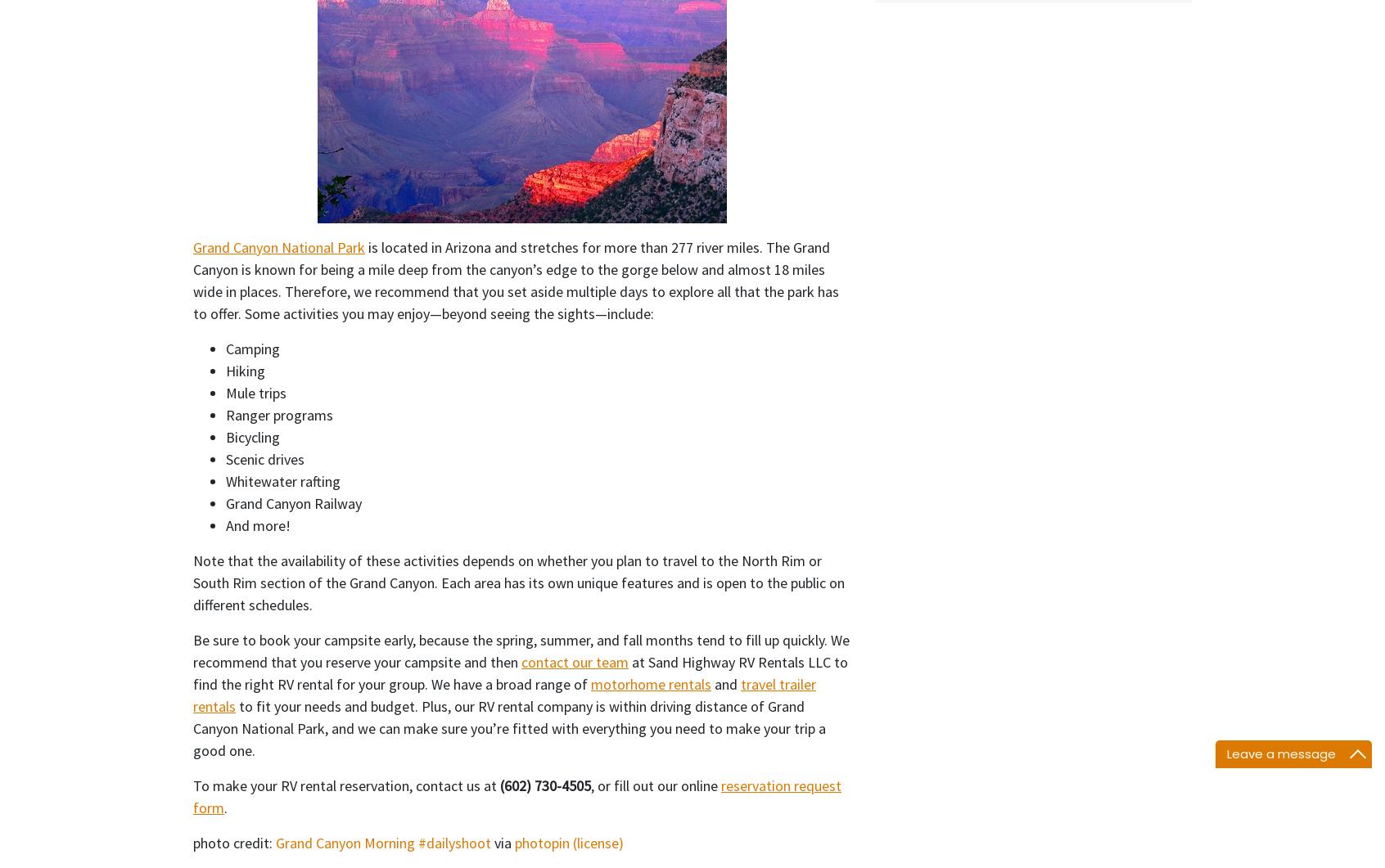  What do you see at coordinates (508, 726) in the screenshot?
I see `'to fit your needs and budget. Plus, our RV rental company is within driving distance of Grand Canyon National Park, and we can make sure you’re fitted with everything you need to make your trip a good one.'` at bounding box center [508, 726].